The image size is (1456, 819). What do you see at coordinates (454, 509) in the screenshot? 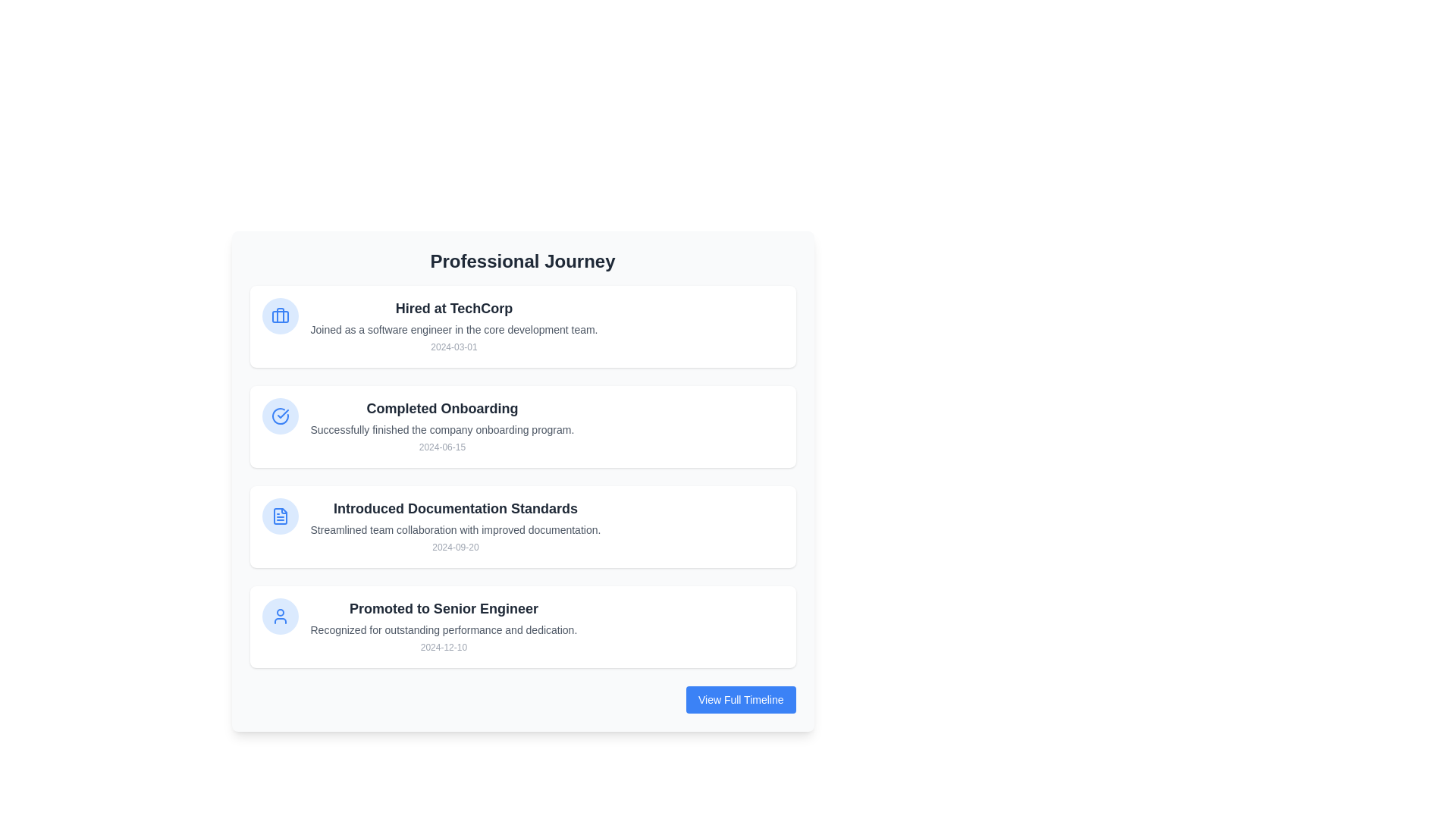
I see `text element displaying 'Introduced Documentation Standards', which is a bold title in dark gray color, located in the vertical list of events titled 'Professional Journey'` at bounding box center [454, 509].